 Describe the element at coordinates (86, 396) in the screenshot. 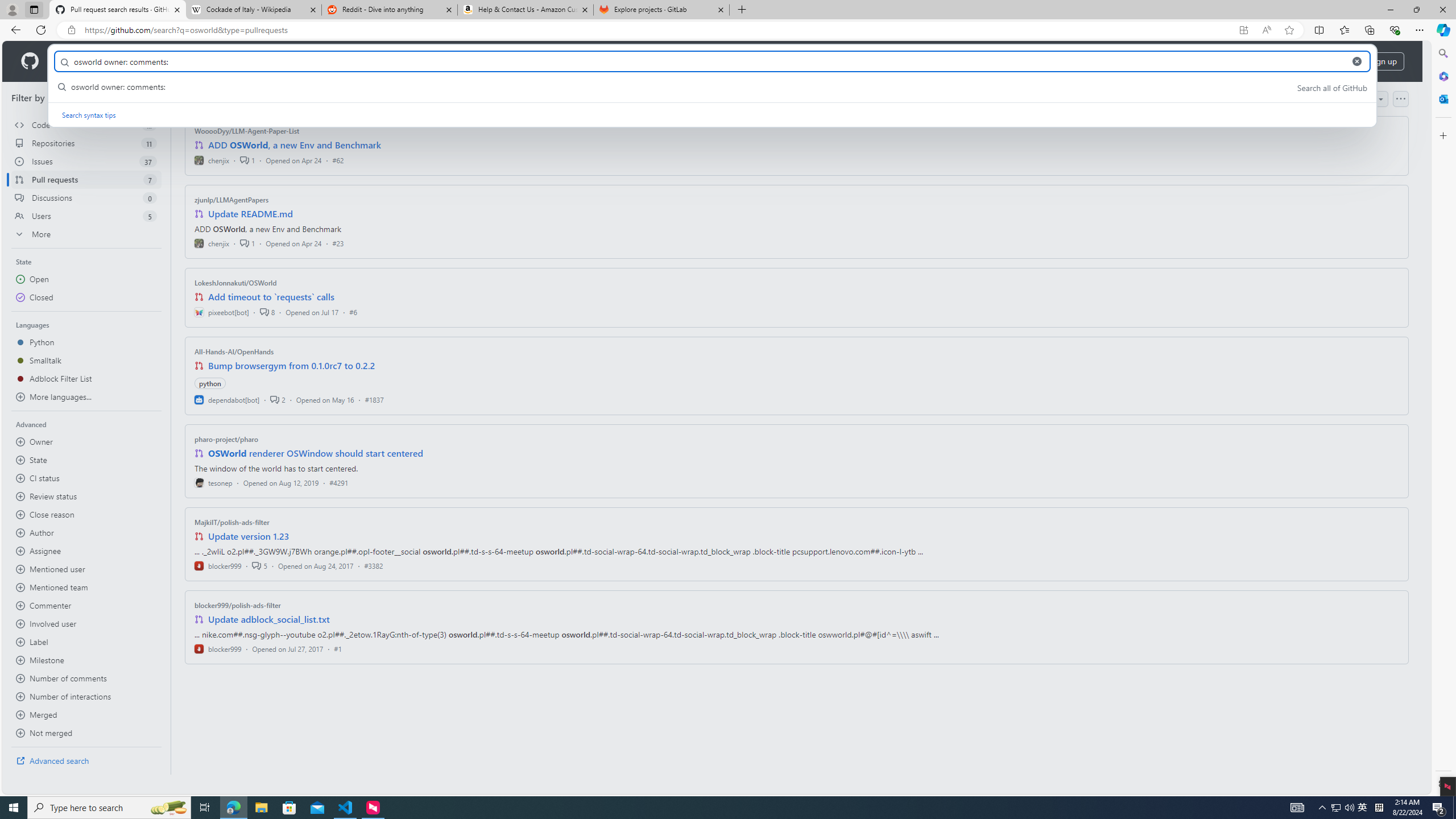

I see `'More languages...'` at that location.